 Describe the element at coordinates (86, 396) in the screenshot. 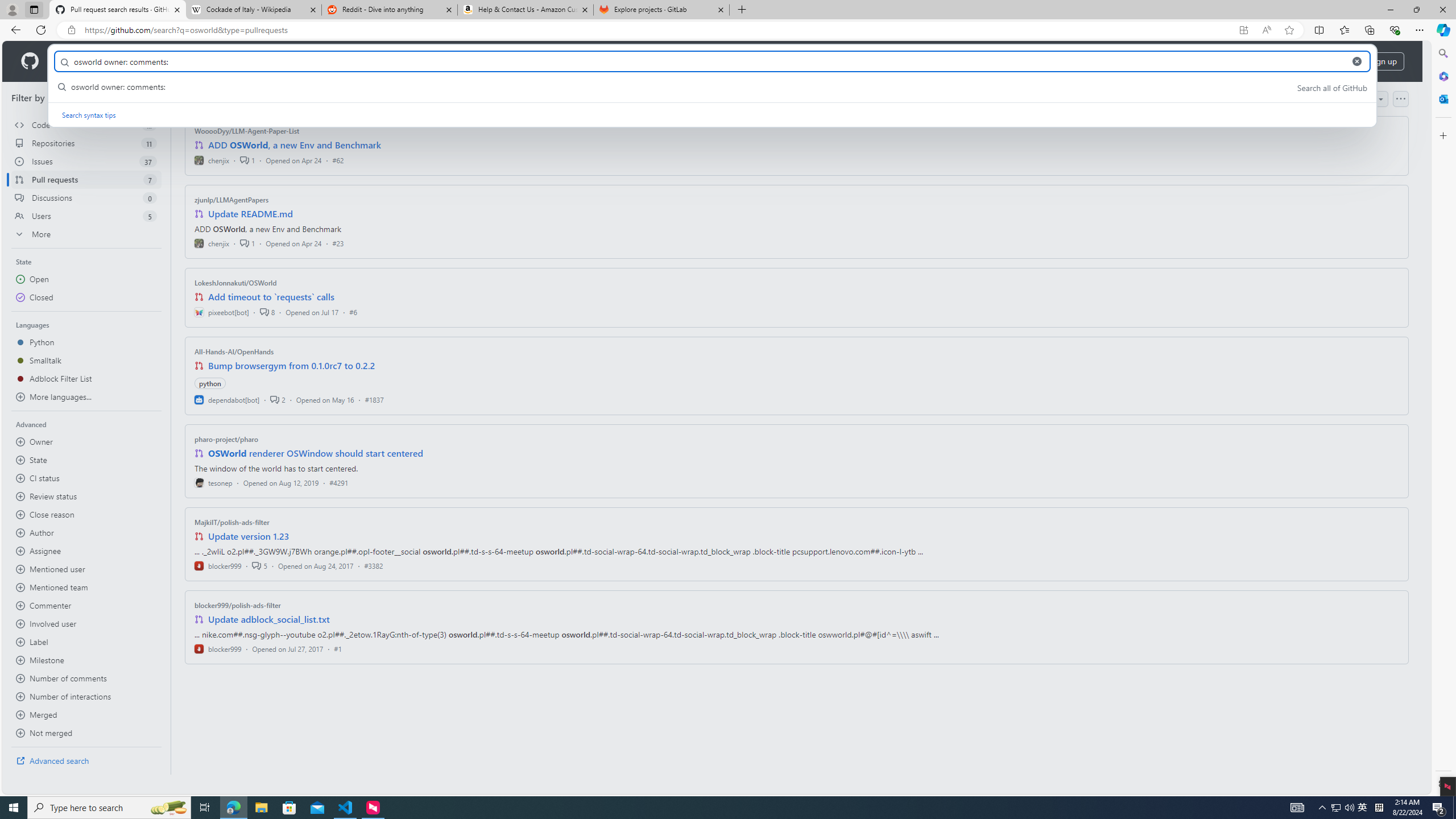

I see `'More languages...'` at that location.